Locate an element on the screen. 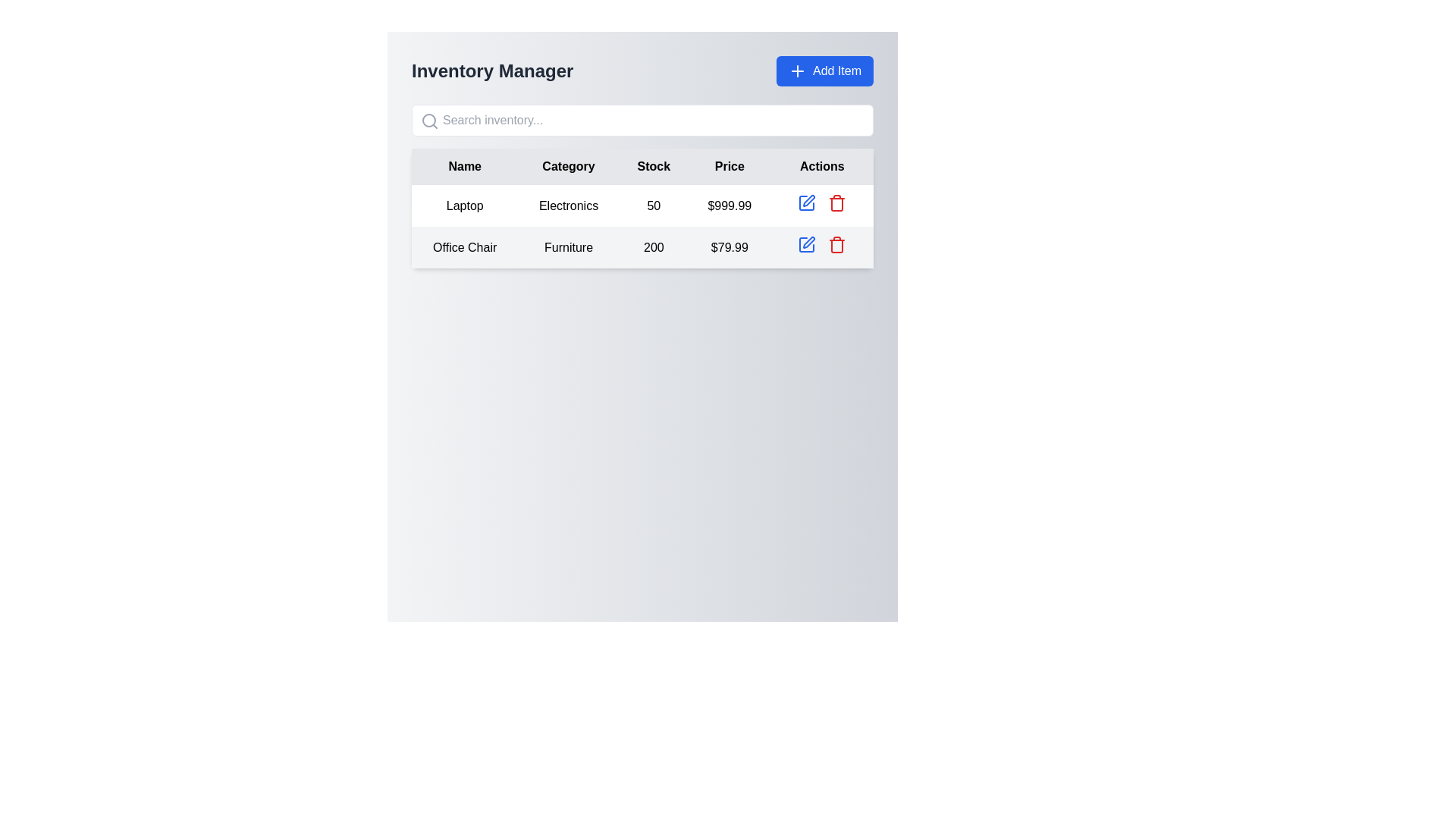 This screenshot has height=819, width=1456. the table cell displaying the number '50' in bold text under the 'Stock' column for the product 'Laptop' is located at coordinates (654, 206).